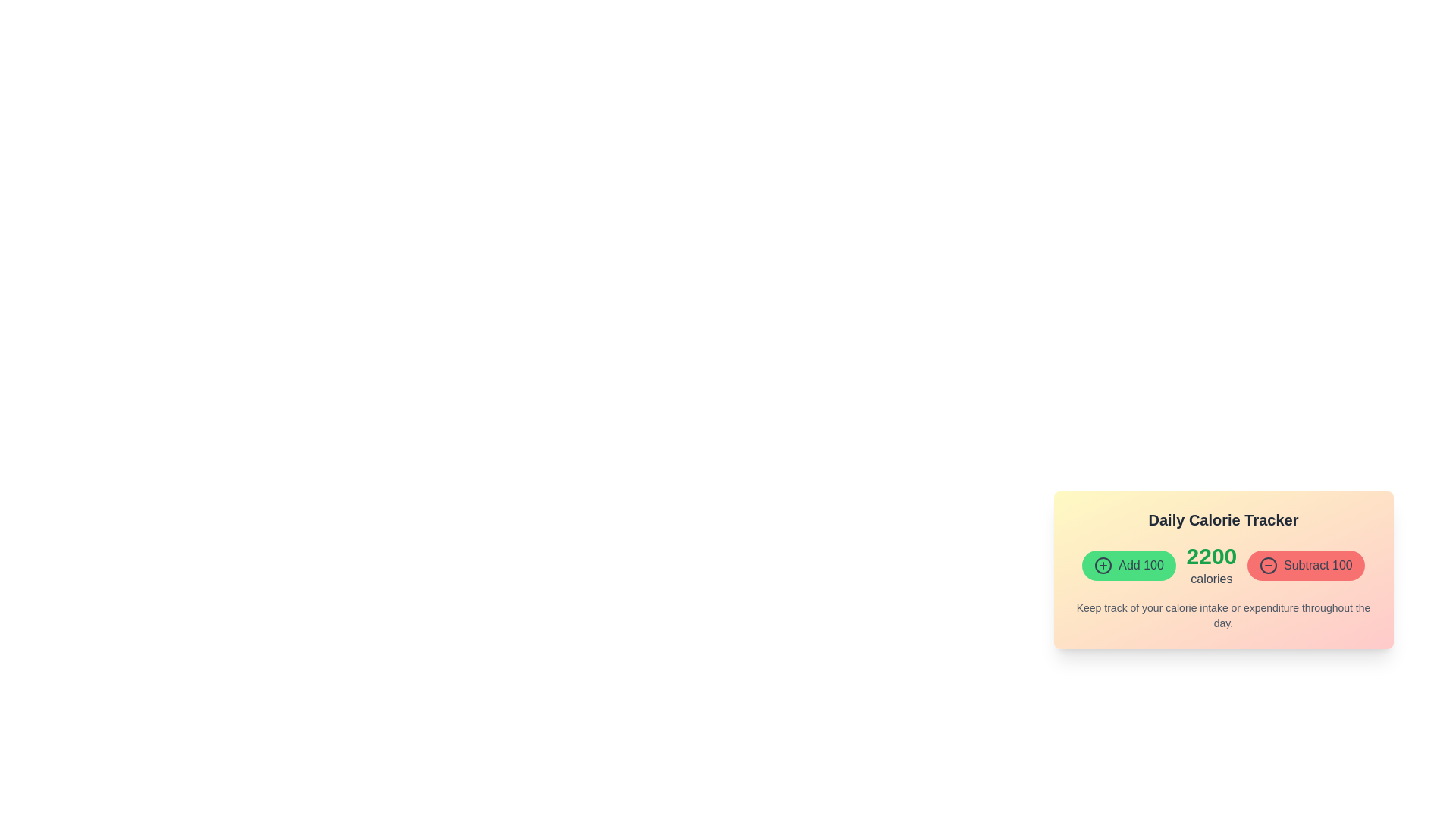  What do you see at coordinates (1269, 565) in the screenshot?
I see `the circular icon with a thin border and a horizontal line at its center, which is located within the 'Subtract 100' button in the Daily Calorie Tracker interface` at bounding box center [1269, 565].